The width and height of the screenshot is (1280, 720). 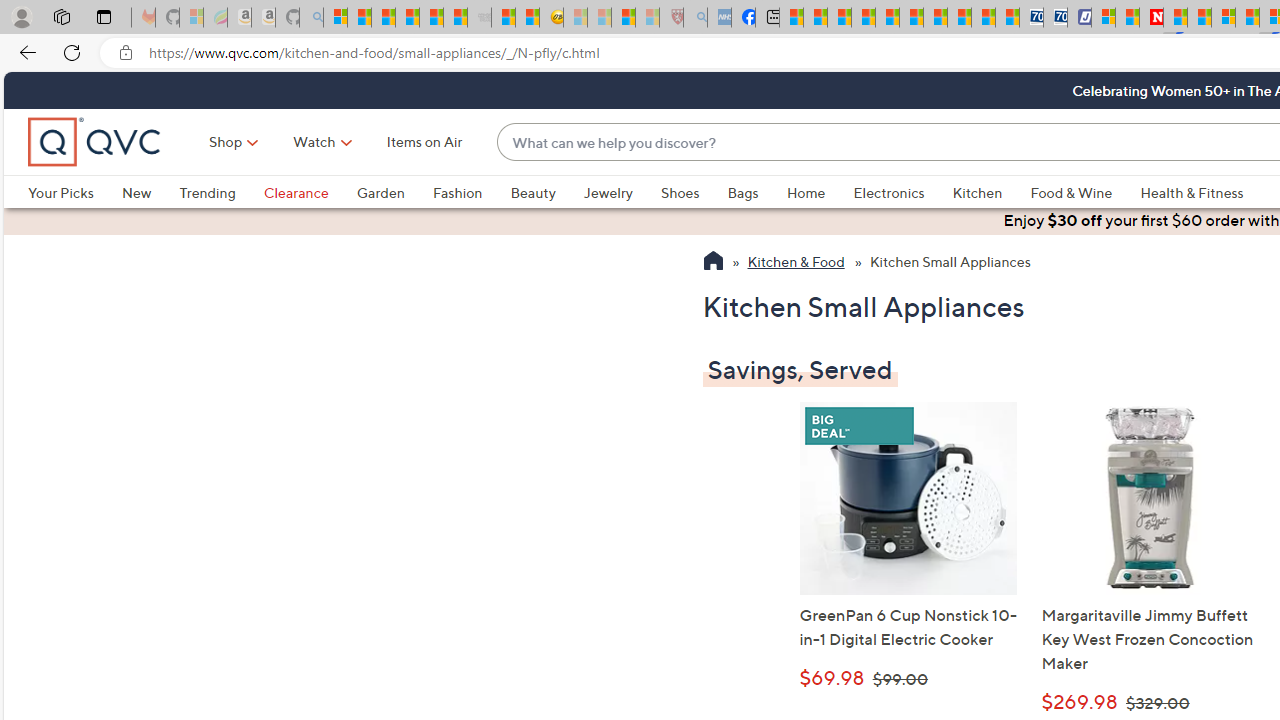 I want to click on 'Trending', so click(x=207, y=192).